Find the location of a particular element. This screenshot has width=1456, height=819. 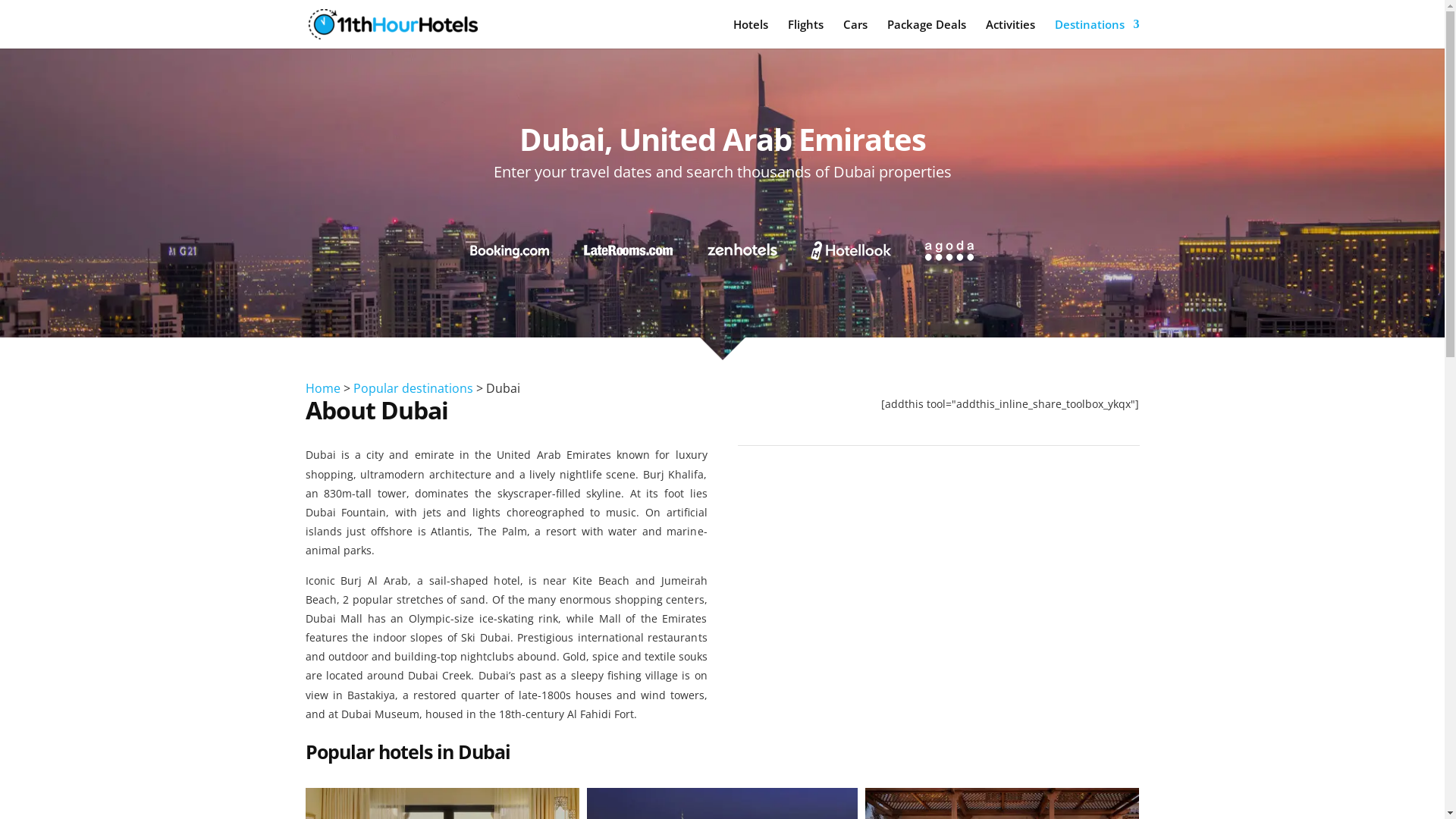

'Flights' is located at coordinates (804, 33).